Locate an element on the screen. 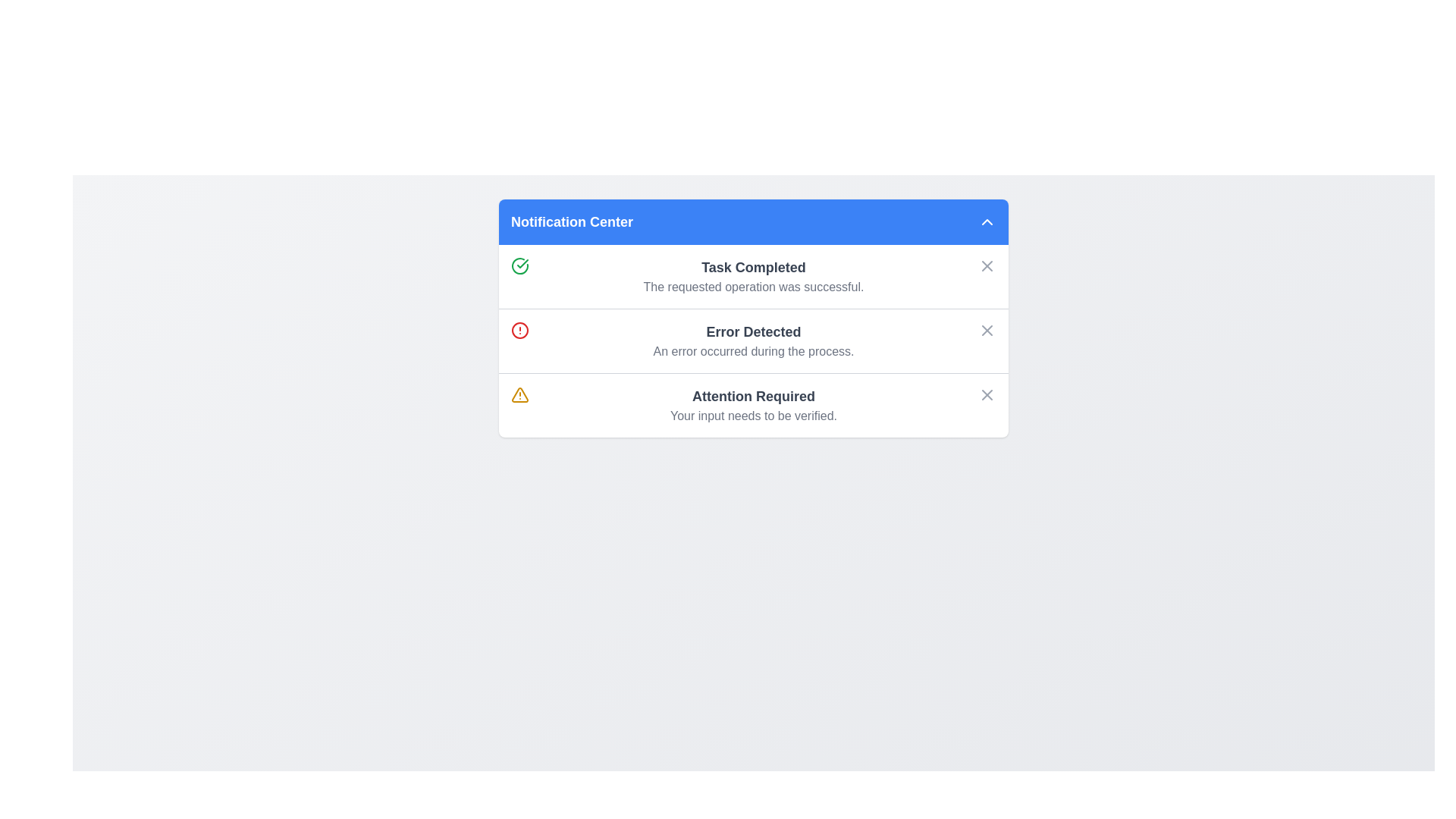 This screenshot has height=819, width=1456. error title and description from the Notification card displaying an error message, which includes a title, subtitle, icon, and dismiss button, located in the second row of the Notification Center is located at coordinates (753, 340).